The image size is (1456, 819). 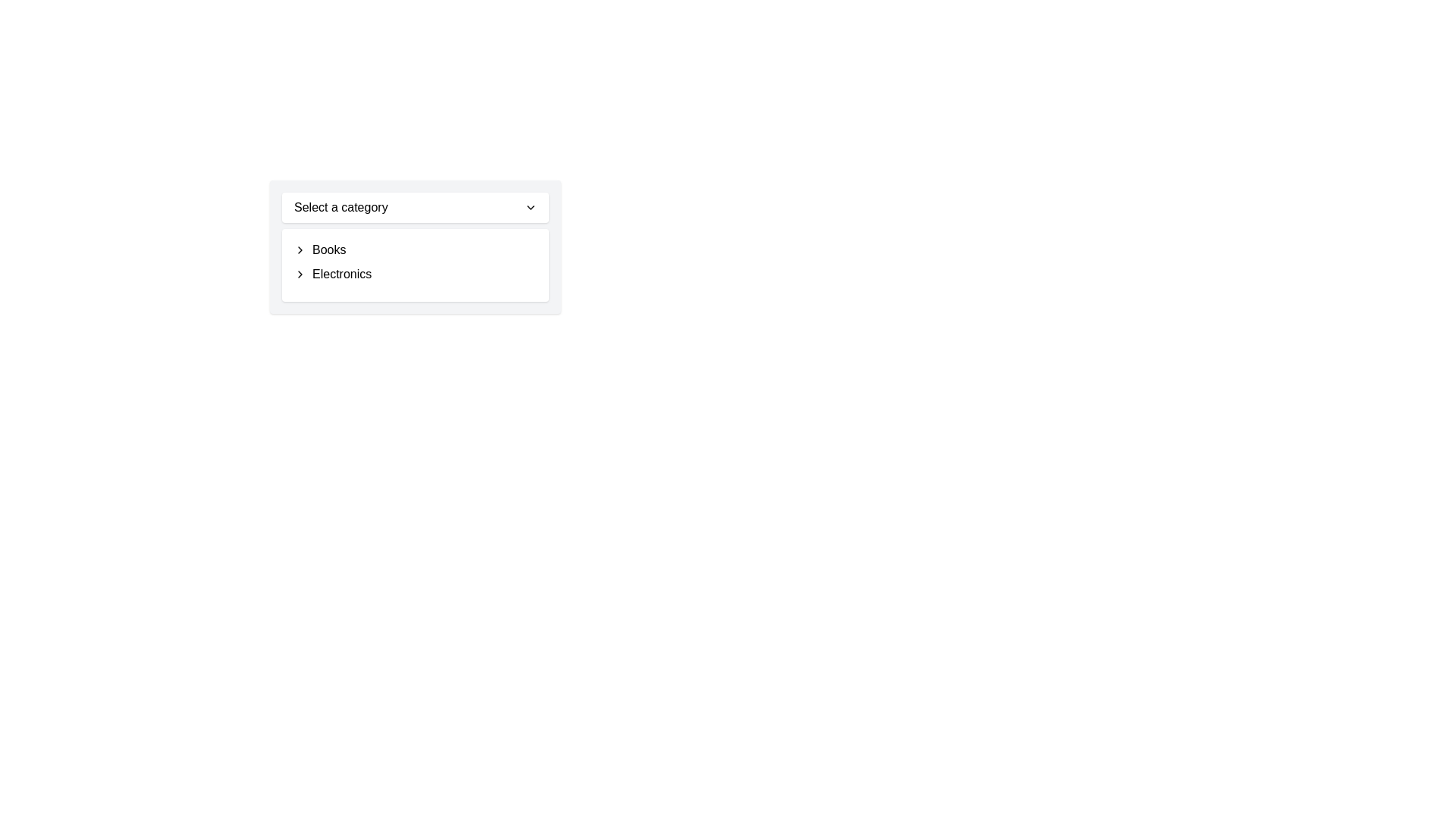 I want to click on the rightward-pointing chevron icon located to the left of the text 'Electronics' in the second item of the dropdown menu, so click(x=300, y=275).